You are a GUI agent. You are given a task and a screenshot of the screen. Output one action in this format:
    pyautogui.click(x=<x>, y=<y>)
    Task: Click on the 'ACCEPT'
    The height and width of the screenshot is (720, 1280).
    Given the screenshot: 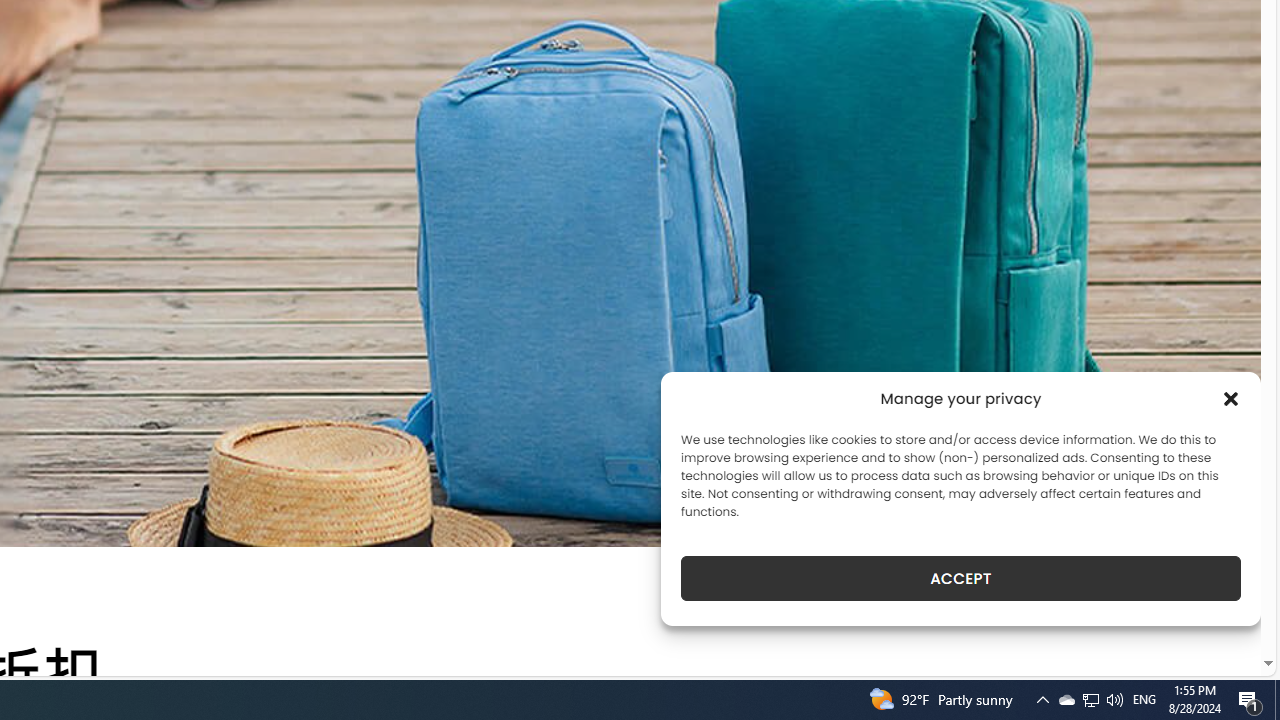 What is the action you would take?
    pyautogui.click(x=961, y=578)
    